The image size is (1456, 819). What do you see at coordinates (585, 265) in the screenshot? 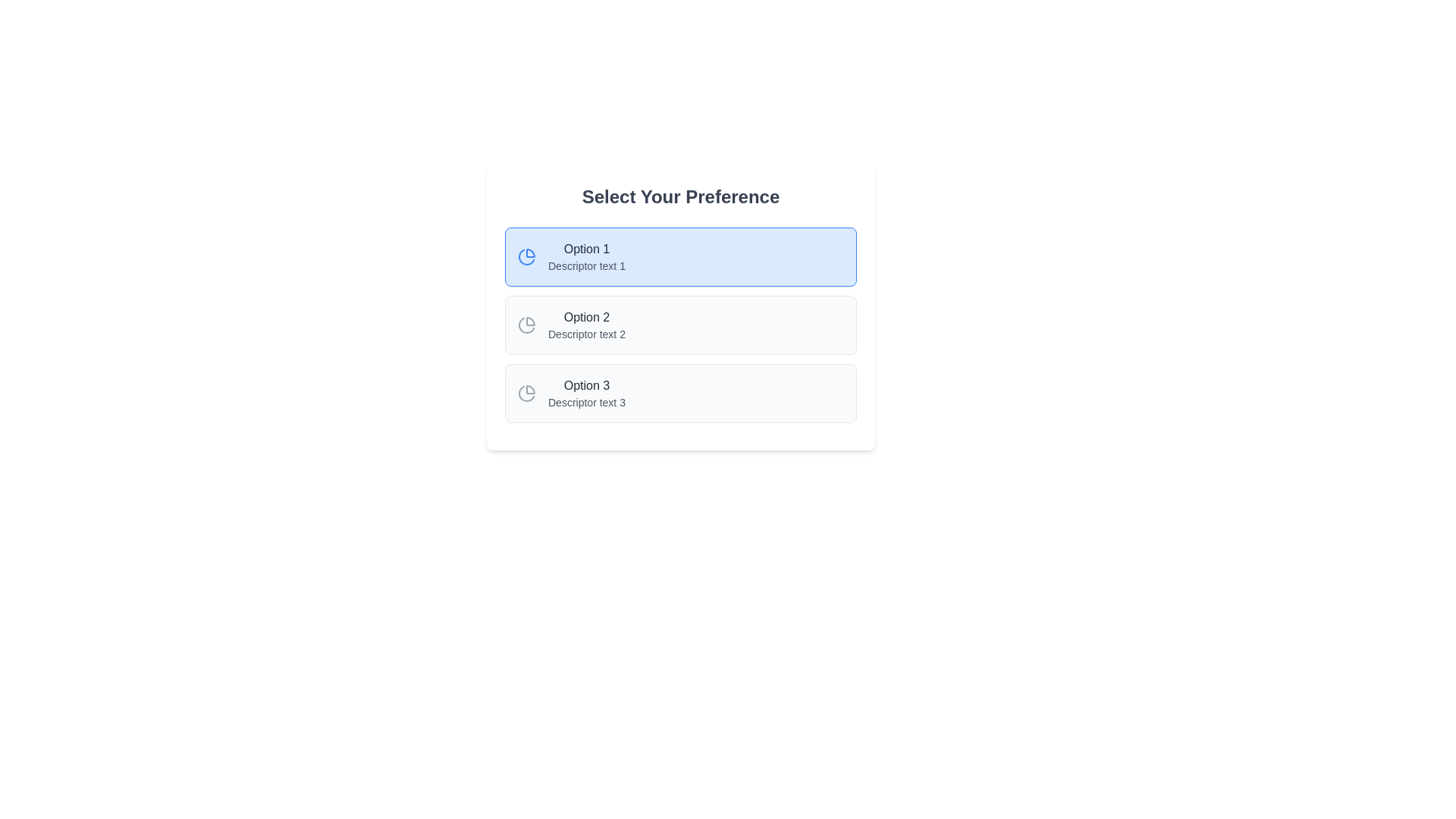
I see `the descriptive text label for 'Option 1' located beneath its title in the first card of selectable options` at bounding box center [585, 265].